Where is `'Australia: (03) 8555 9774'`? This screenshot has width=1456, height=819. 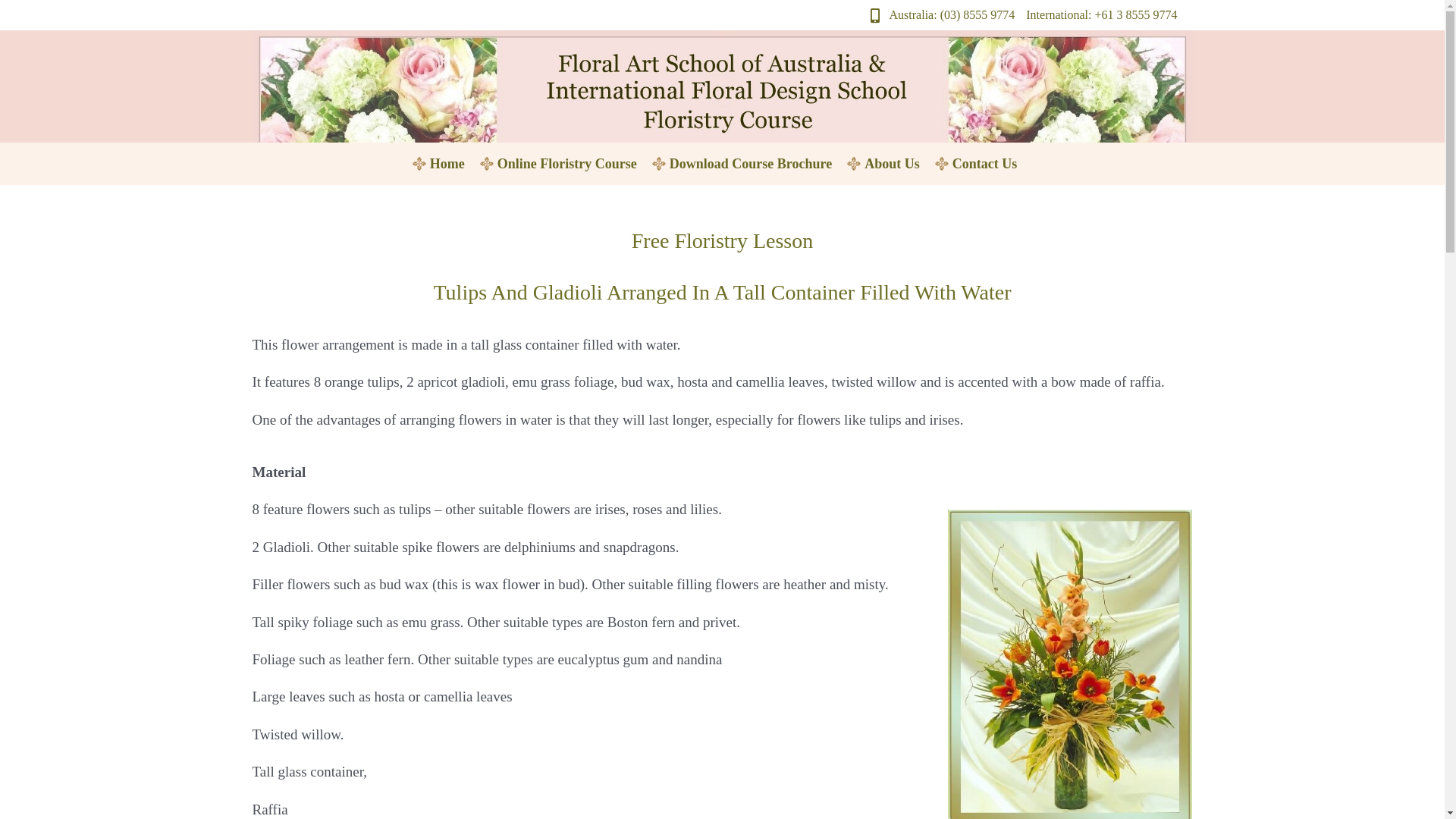
'Australia: (03) 8555 9774' is located at coordinates (937, 14).